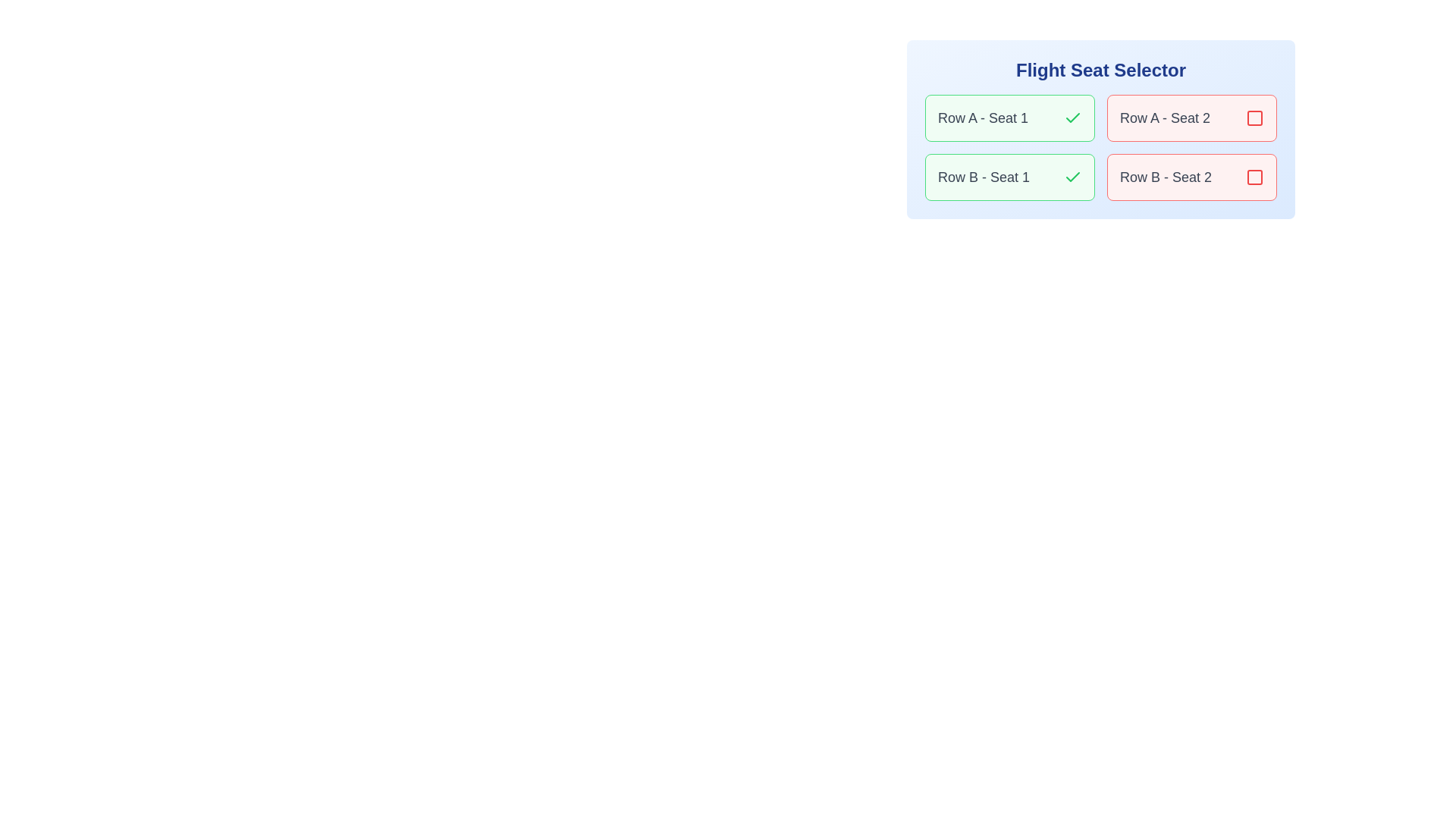  Describe the element at coordinates (1072, 117) in the screenshot. I see `the green check mark icon located within the button labeled 'Row B - Seat 1', indicating a confirmation or selection action` at that location.